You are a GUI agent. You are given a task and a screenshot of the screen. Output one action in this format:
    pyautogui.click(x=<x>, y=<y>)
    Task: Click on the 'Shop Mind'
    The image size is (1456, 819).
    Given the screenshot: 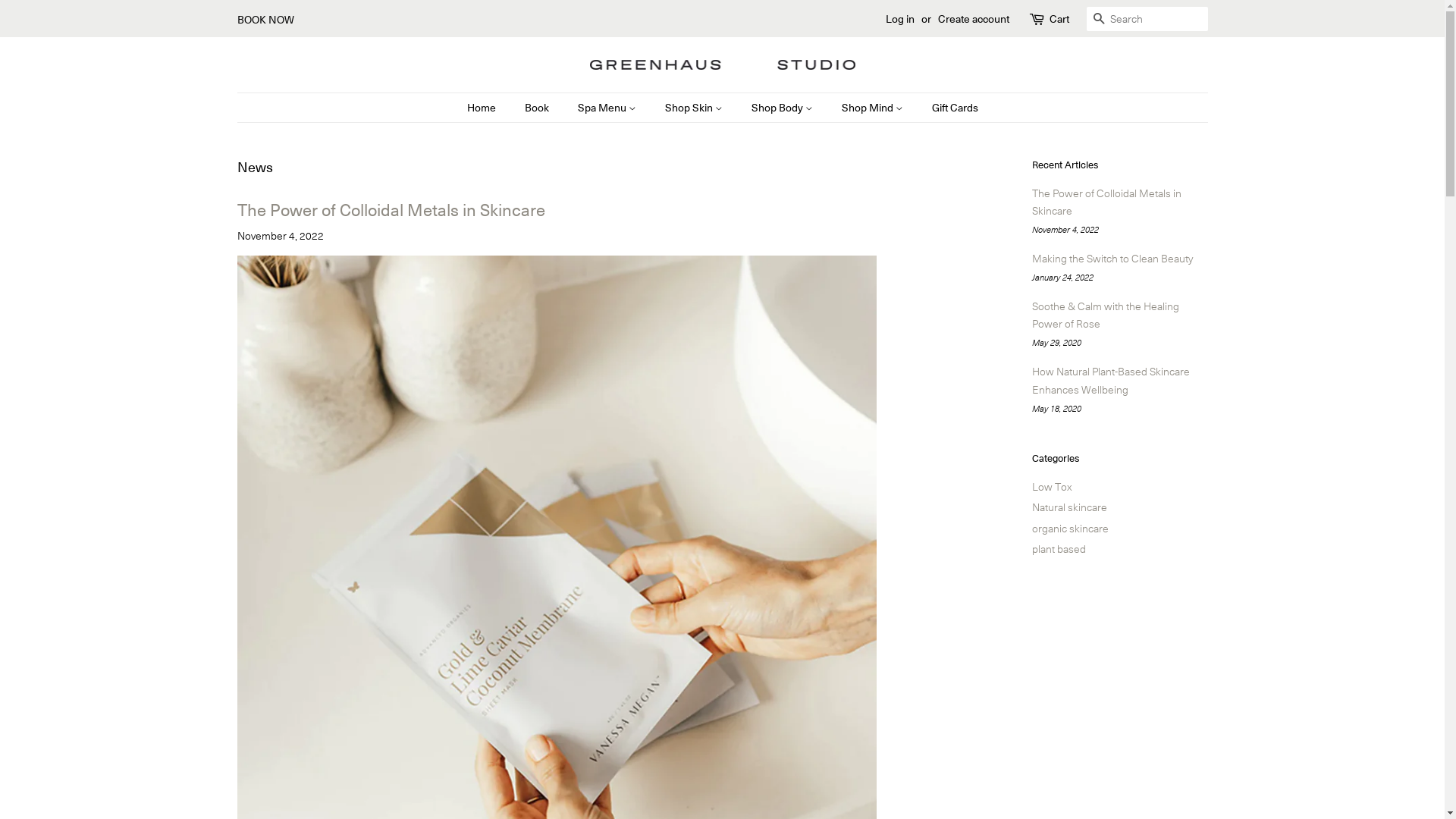 What is the action you would take?
    pyautogui.click(x=829, y=107)
    